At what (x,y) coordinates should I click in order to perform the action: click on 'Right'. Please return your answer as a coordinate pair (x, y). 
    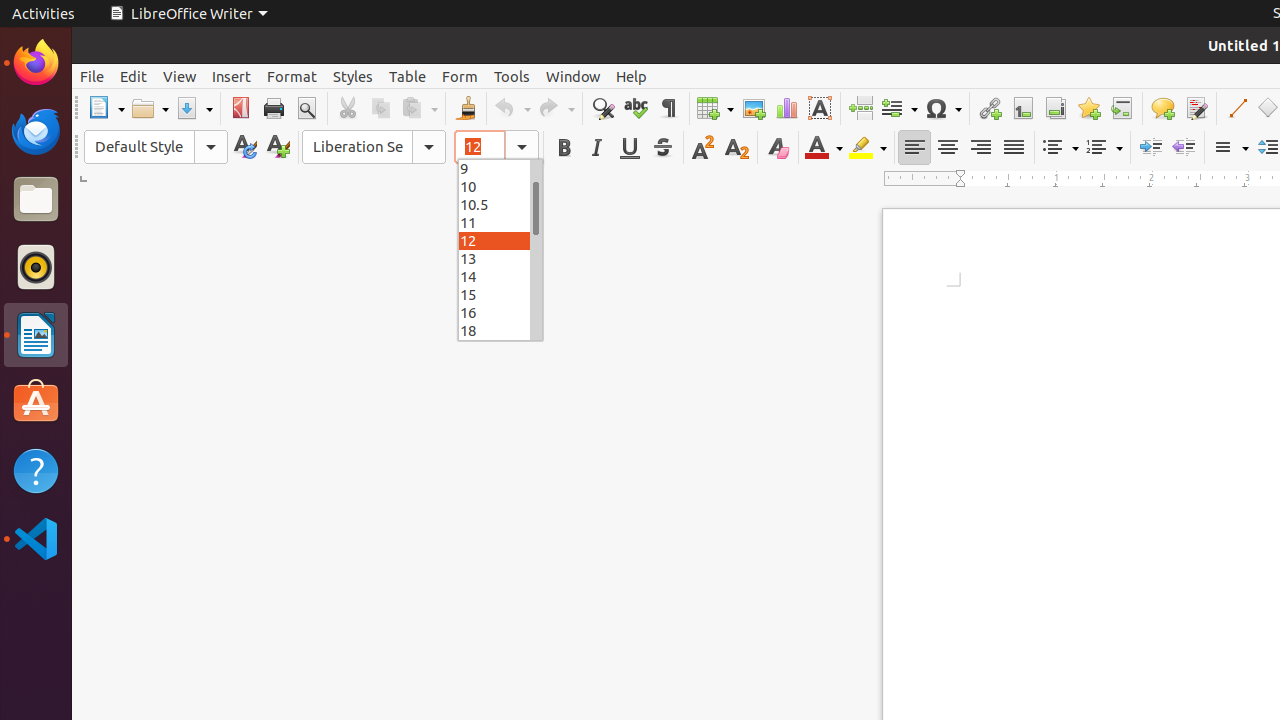
    Looking at the image, I should click on (980, 146).